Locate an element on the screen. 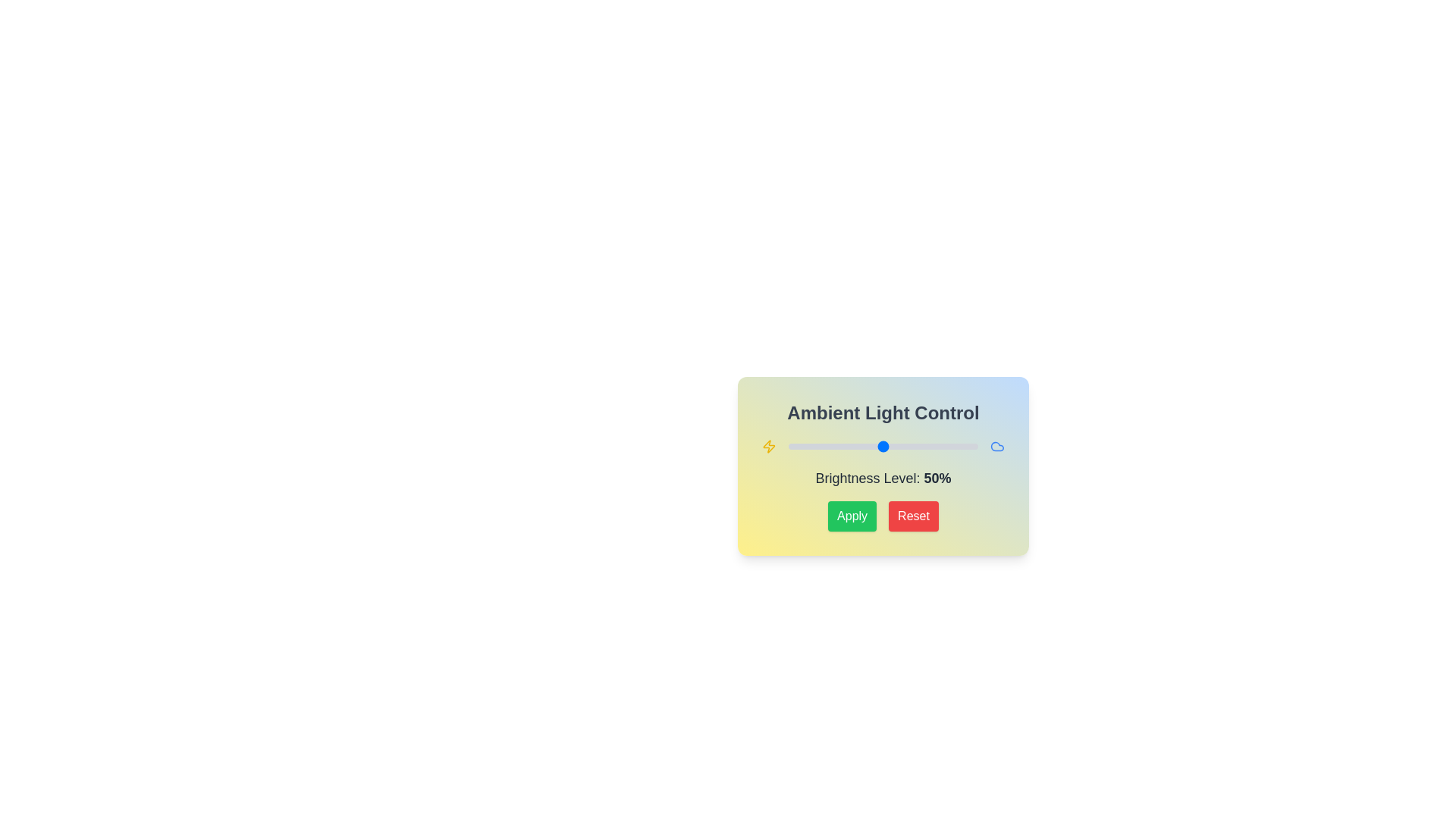  'Apply' button to confirm the brightness level is located at coordinates (852, 516).